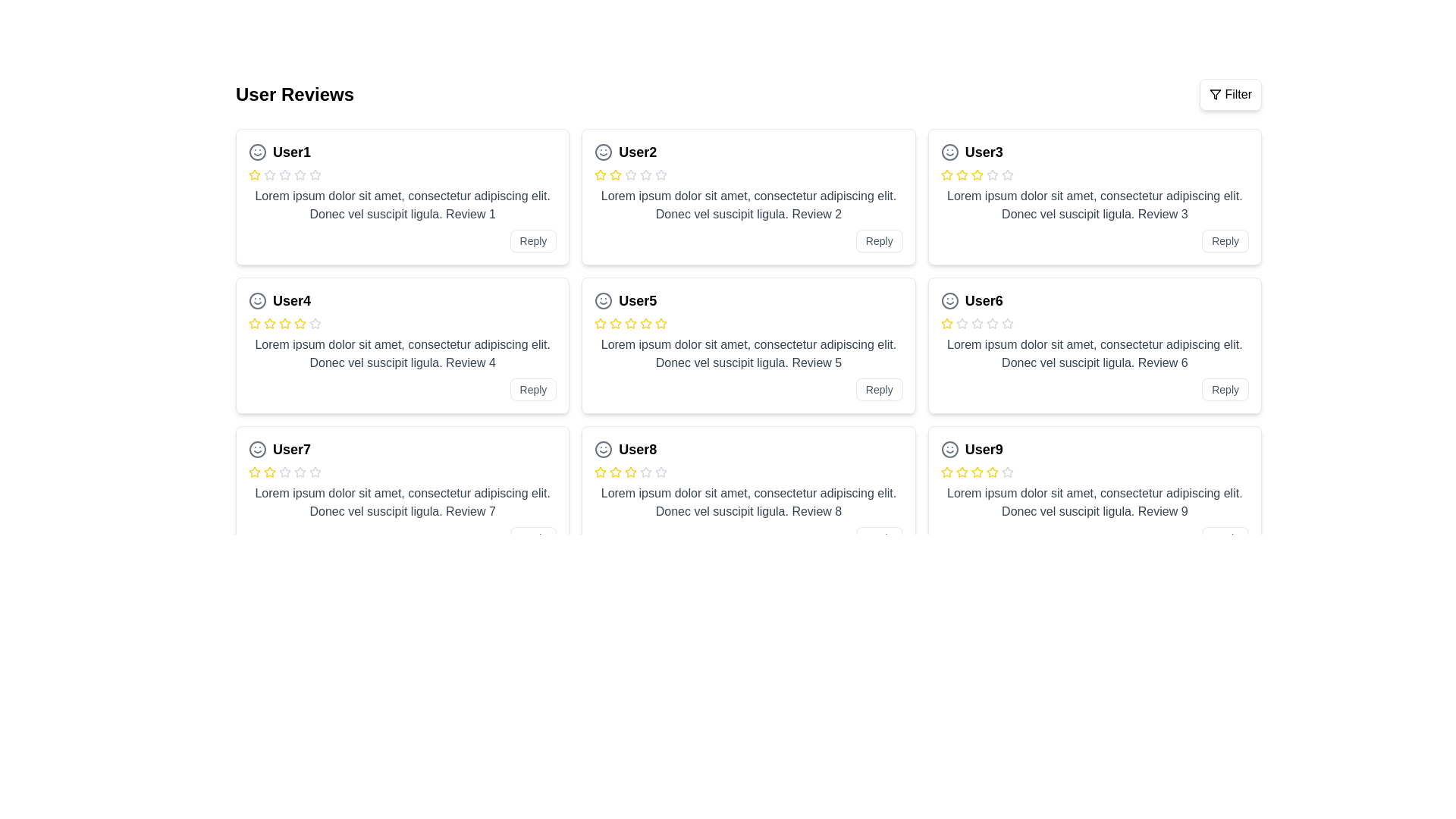  Describe the element at coordinates (616, 322) in the screenshot. I see `the first star icon in the rating row of the review card for 'User5'` at that location.